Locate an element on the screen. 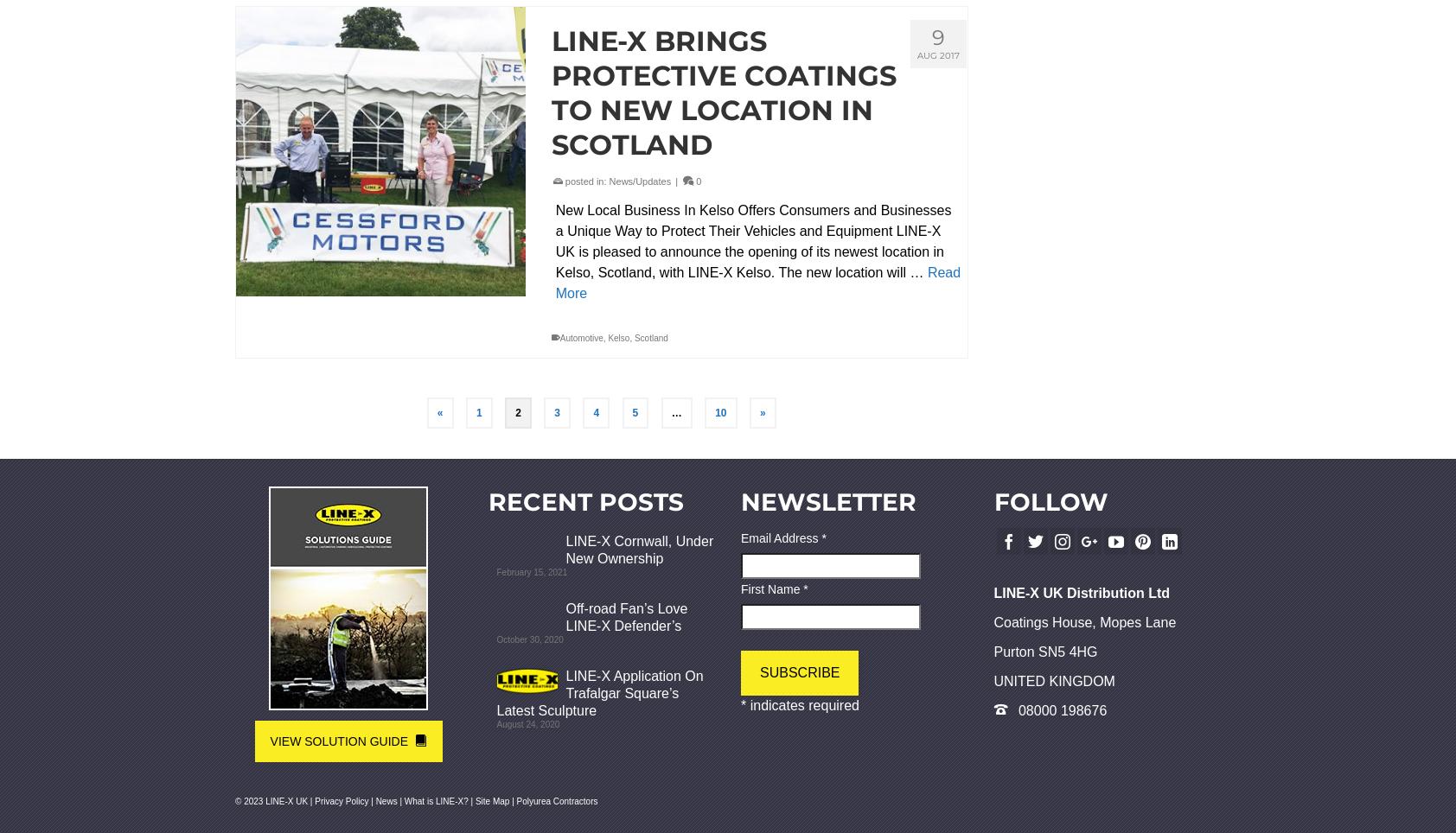  '9' is located at coordinates (938, 37).